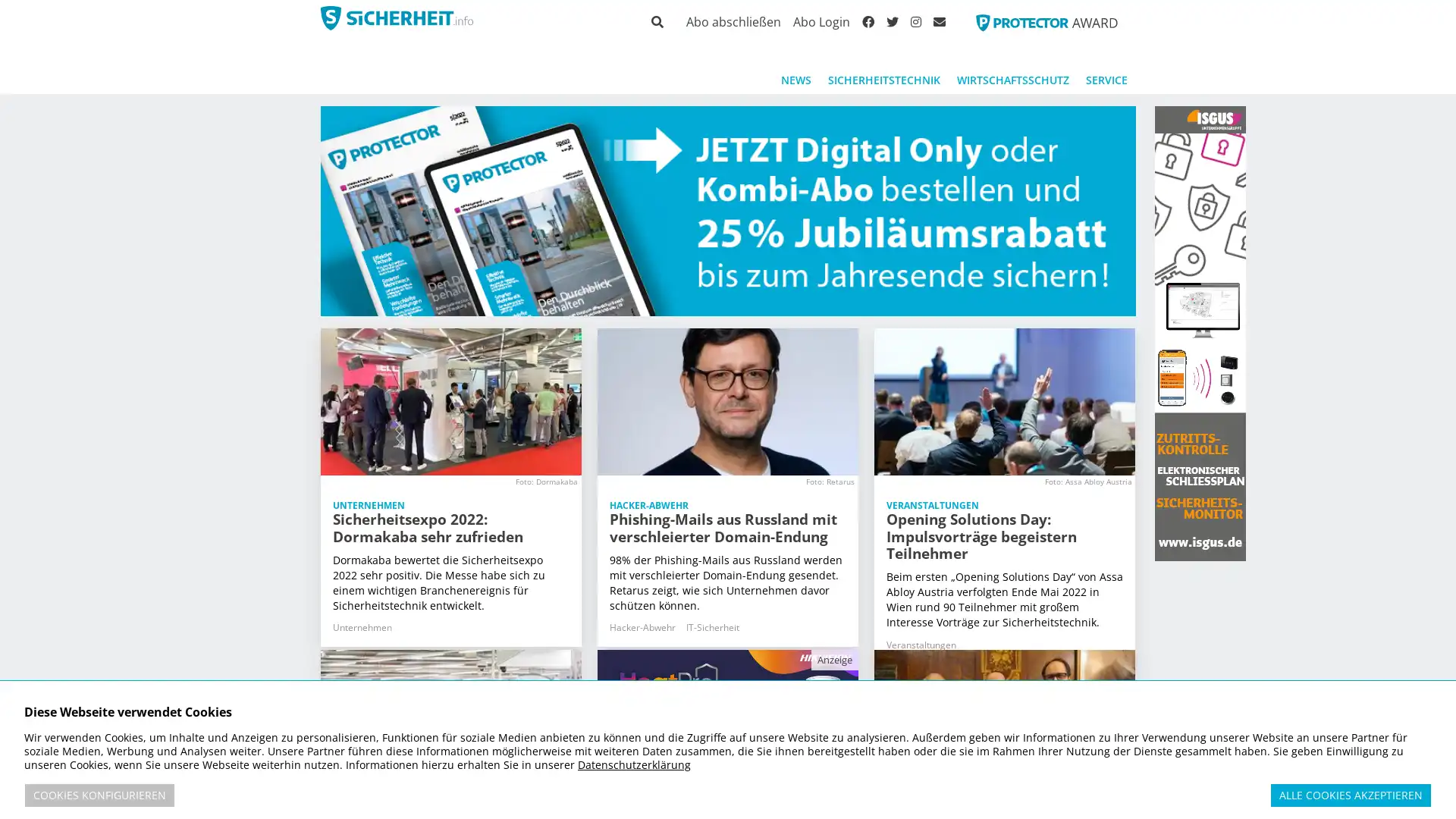 This screenshot has height=819, width=1456. What do you see at coordinates (1350, 795) in the screenshot?
I see `ALLE COOKIES AKZEPTIEREN` at bounding box center [1350, 795].